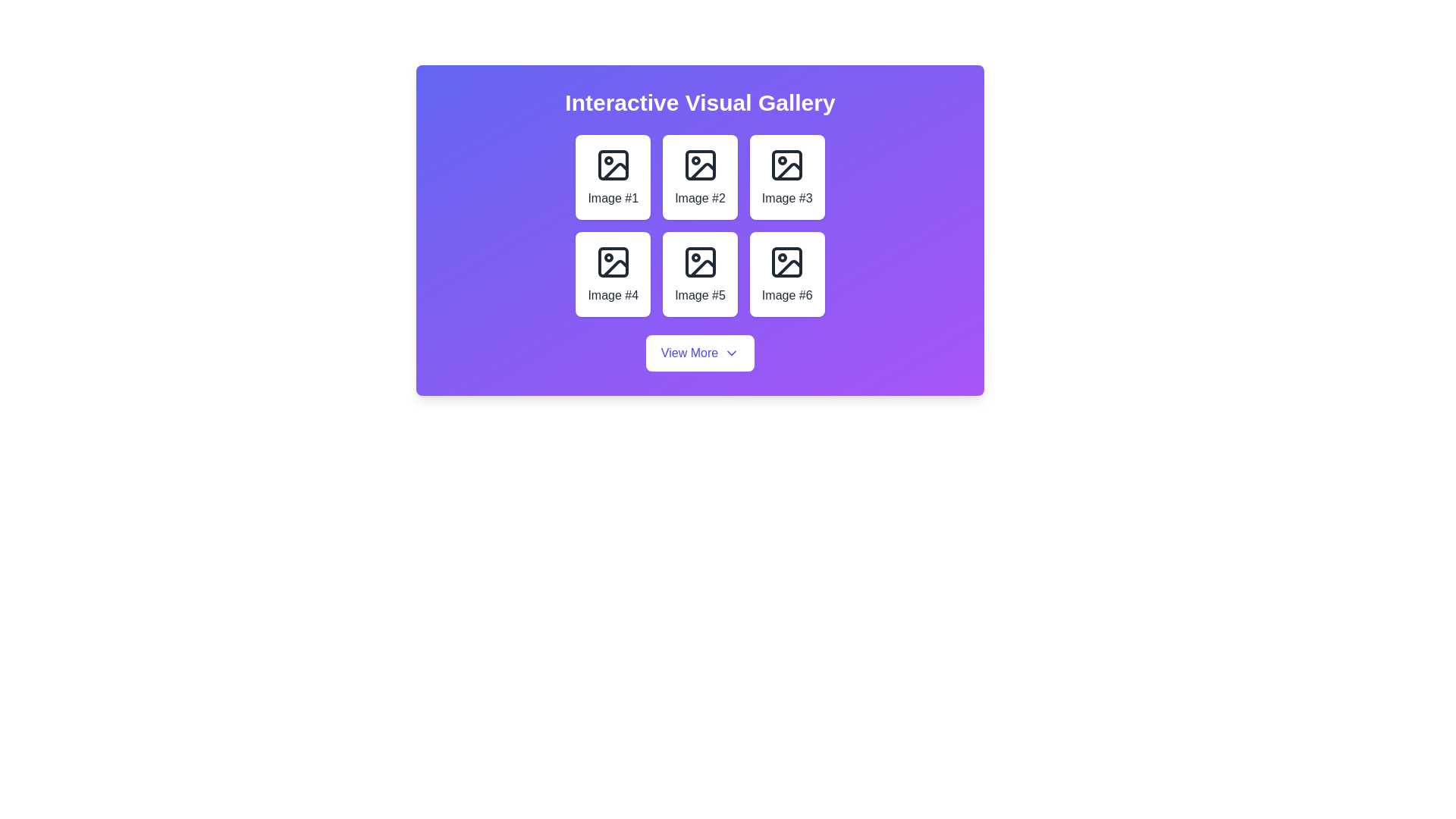 The image size is (1456, 819). Describe the element at coordinates (613, 177) in the screenshot. I see `the interactive card or panel displaying 'Image #1', located at the top-left corner of a 3x2 grid layout` at that location.